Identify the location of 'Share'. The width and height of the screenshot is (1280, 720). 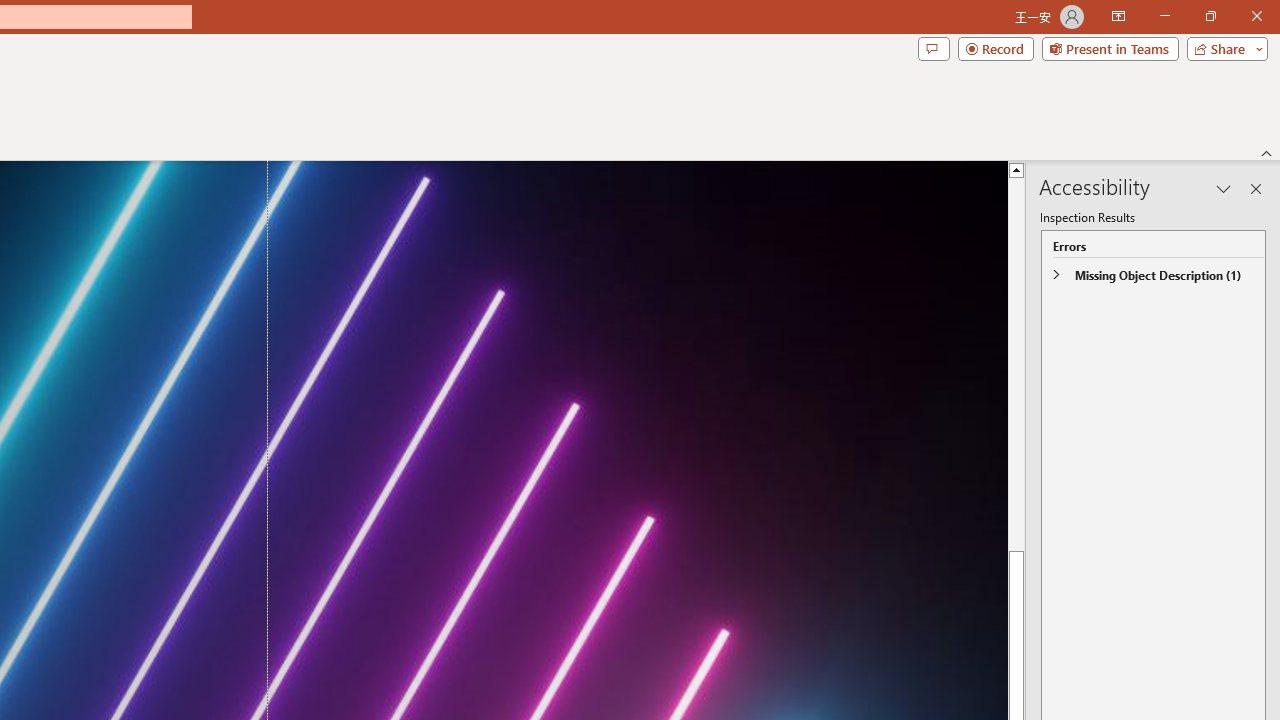
(1222, 47).